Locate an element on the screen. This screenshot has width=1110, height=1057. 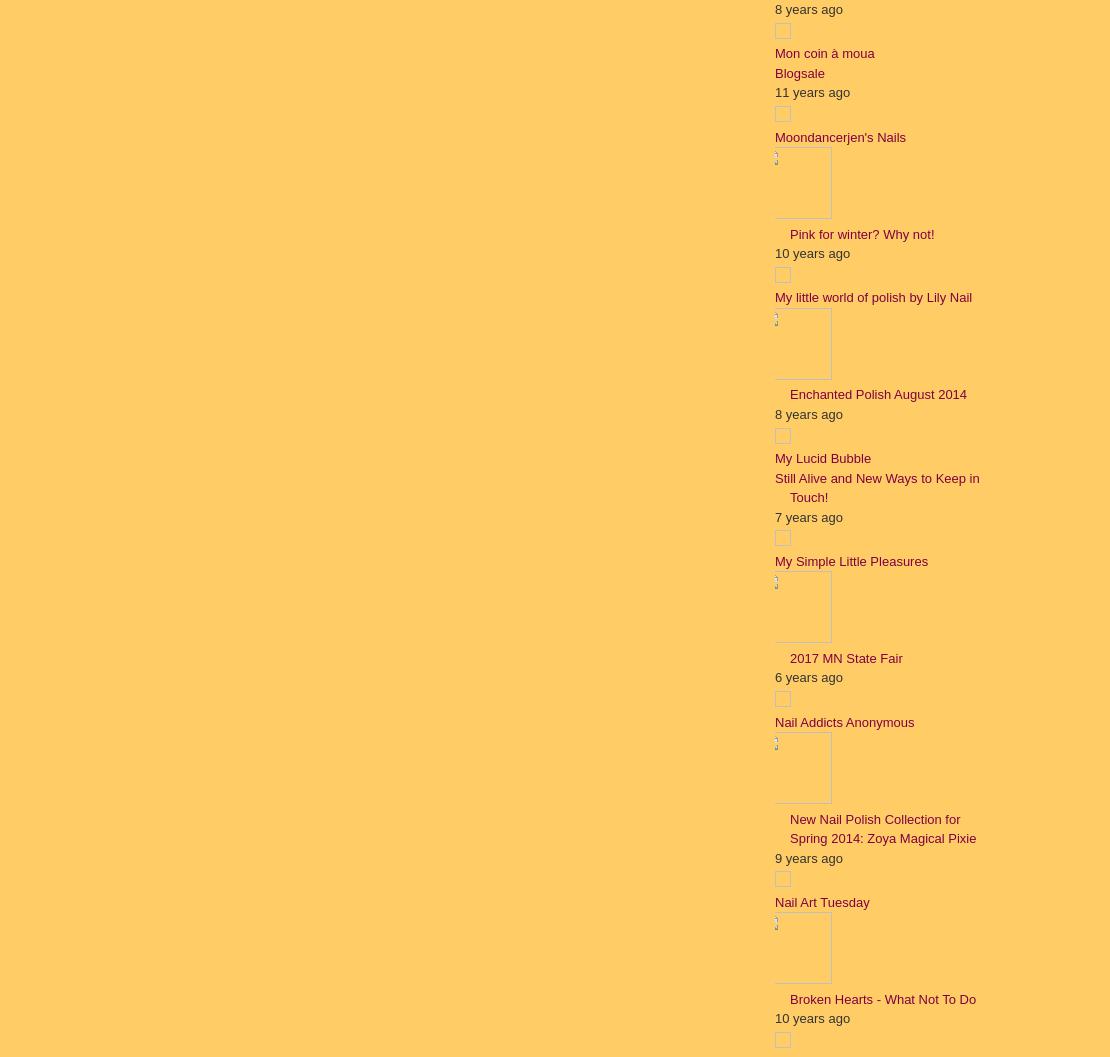
'9 years ago' is located at coordinates (808, 856).